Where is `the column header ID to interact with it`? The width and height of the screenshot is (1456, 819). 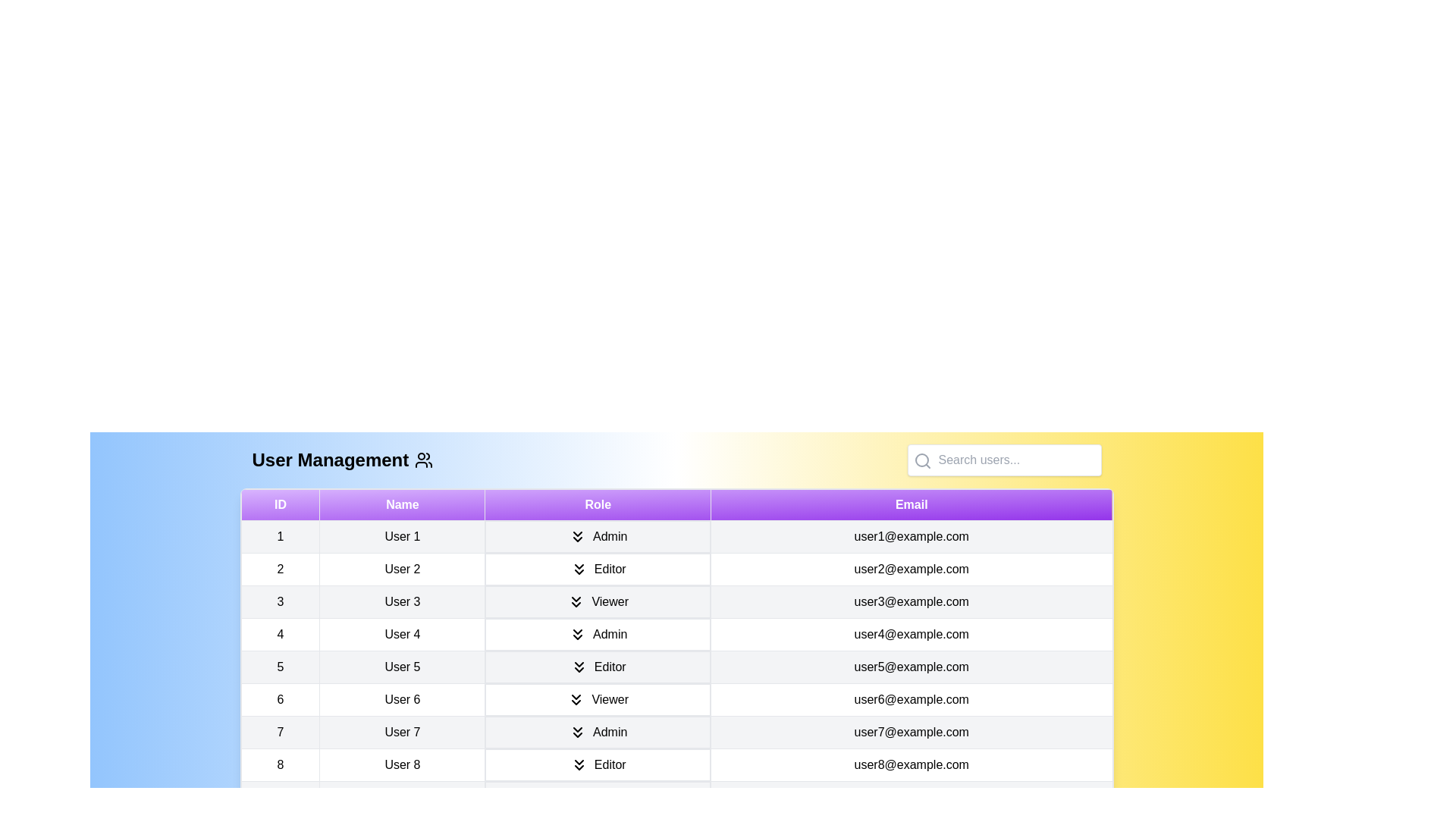
the column header ID to interact with it is located at coordinates (280, 505).